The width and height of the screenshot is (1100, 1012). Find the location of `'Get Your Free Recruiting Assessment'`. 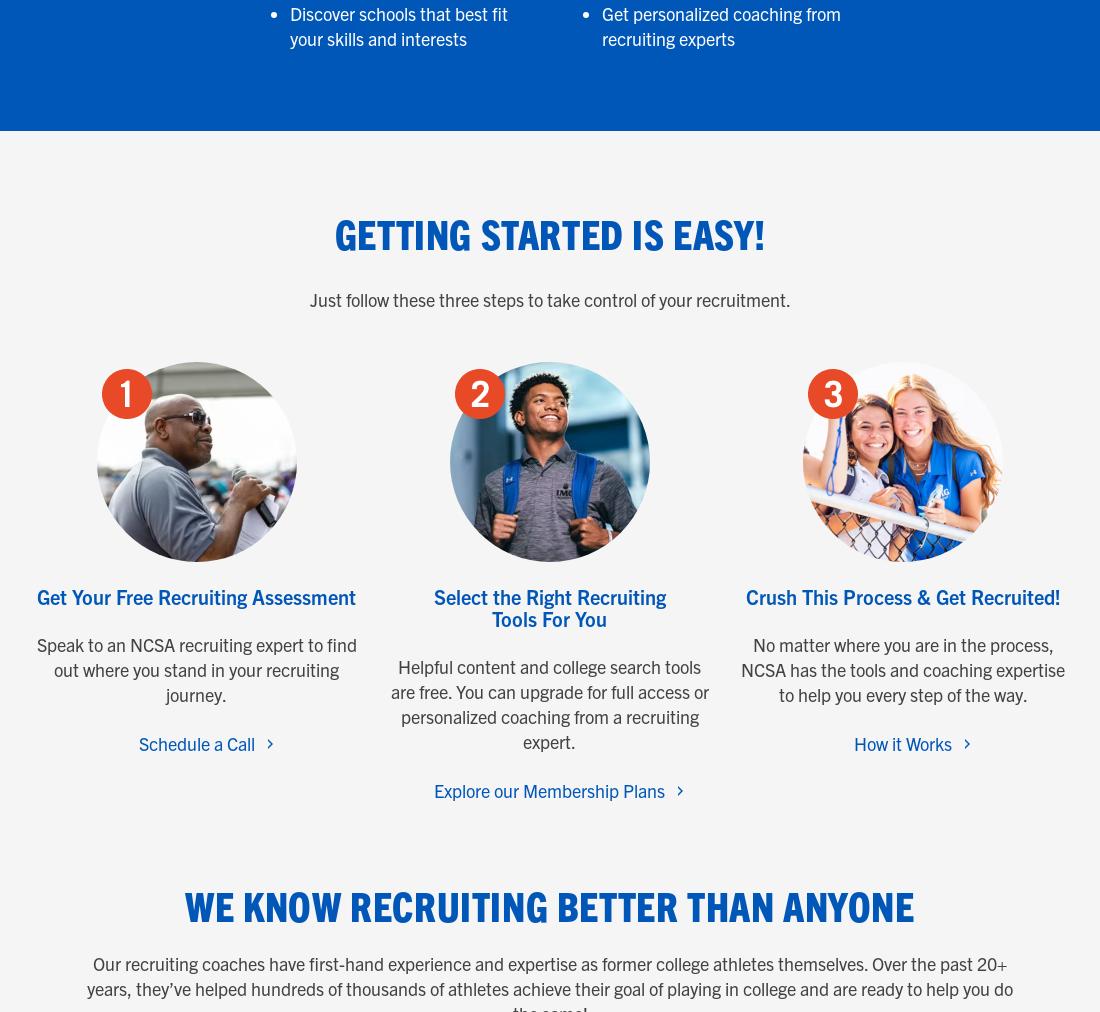

'Get Your Free Recruiting Assessment' is located at coordinates (195, 595).